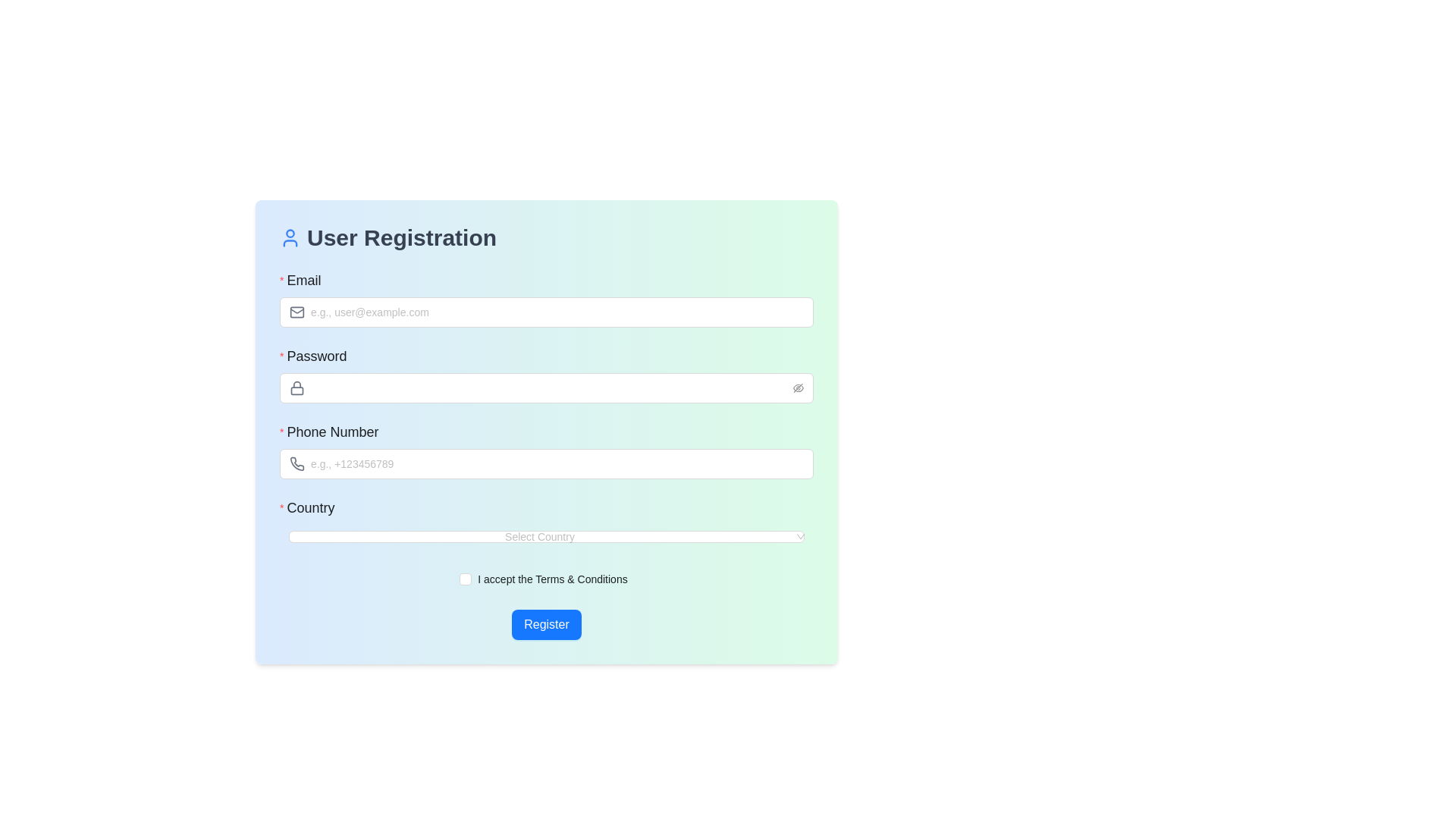 This screenshot has width=1456, height=819. Describe the element at coordinates (797, 388) in the screenshot. I see `the eye-invisible icon button located at the rightmost end of the password input field` at that location.